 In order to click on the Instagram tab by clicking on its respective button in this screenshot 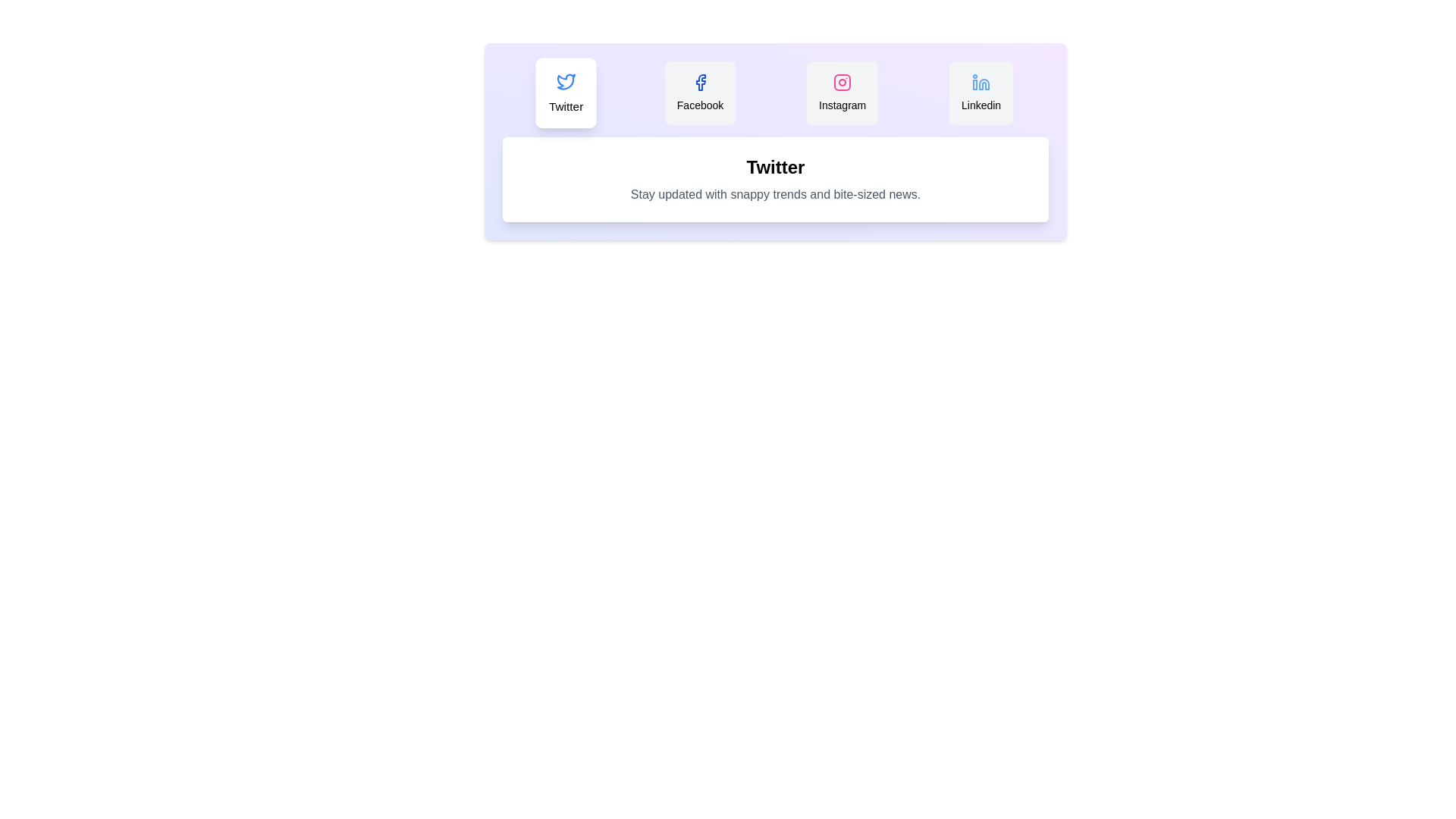, I will do `click(842, 93)`.